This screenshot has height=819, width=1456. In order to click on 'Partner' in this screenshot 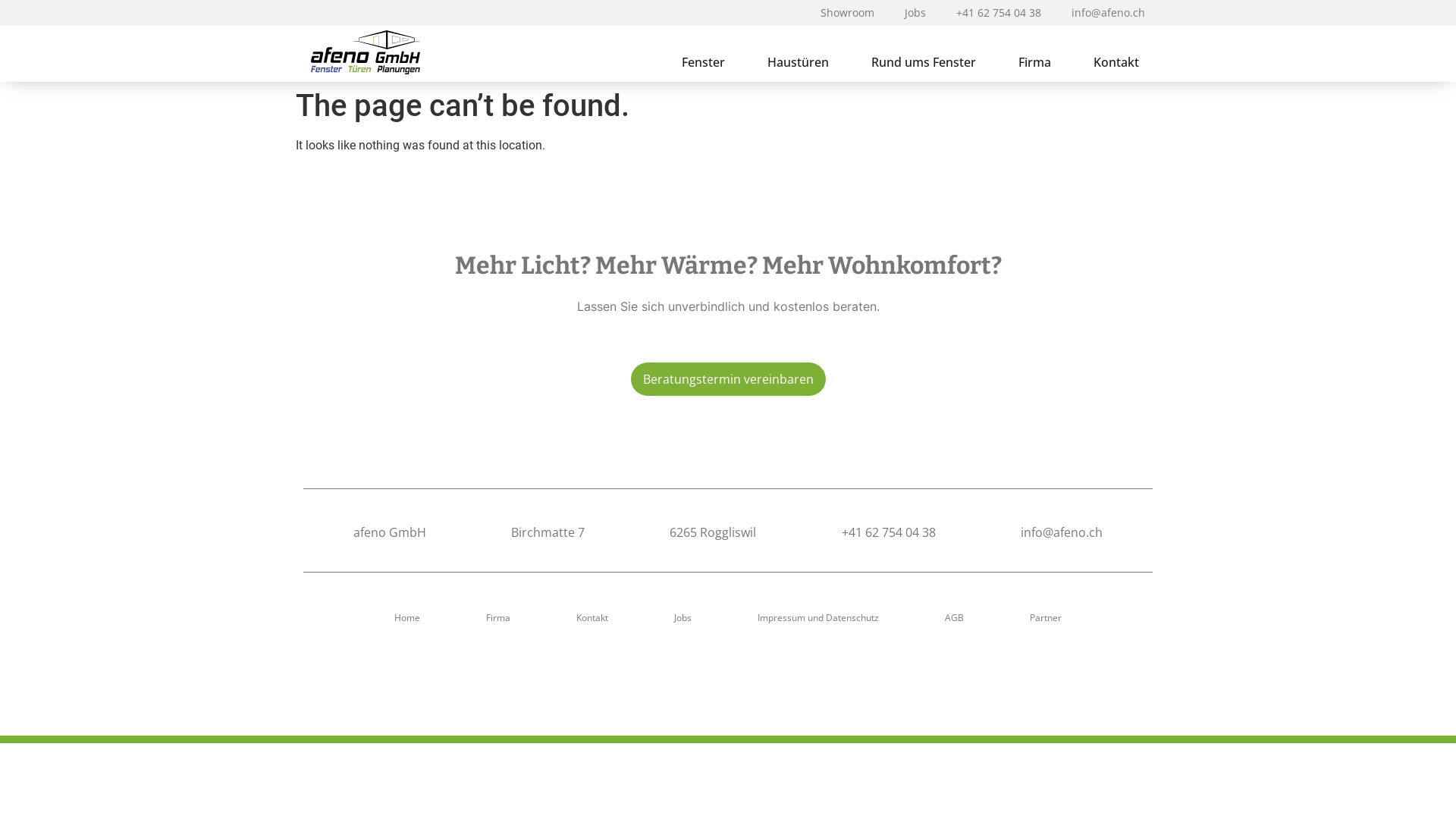, I will do `click(1044, 617)`.